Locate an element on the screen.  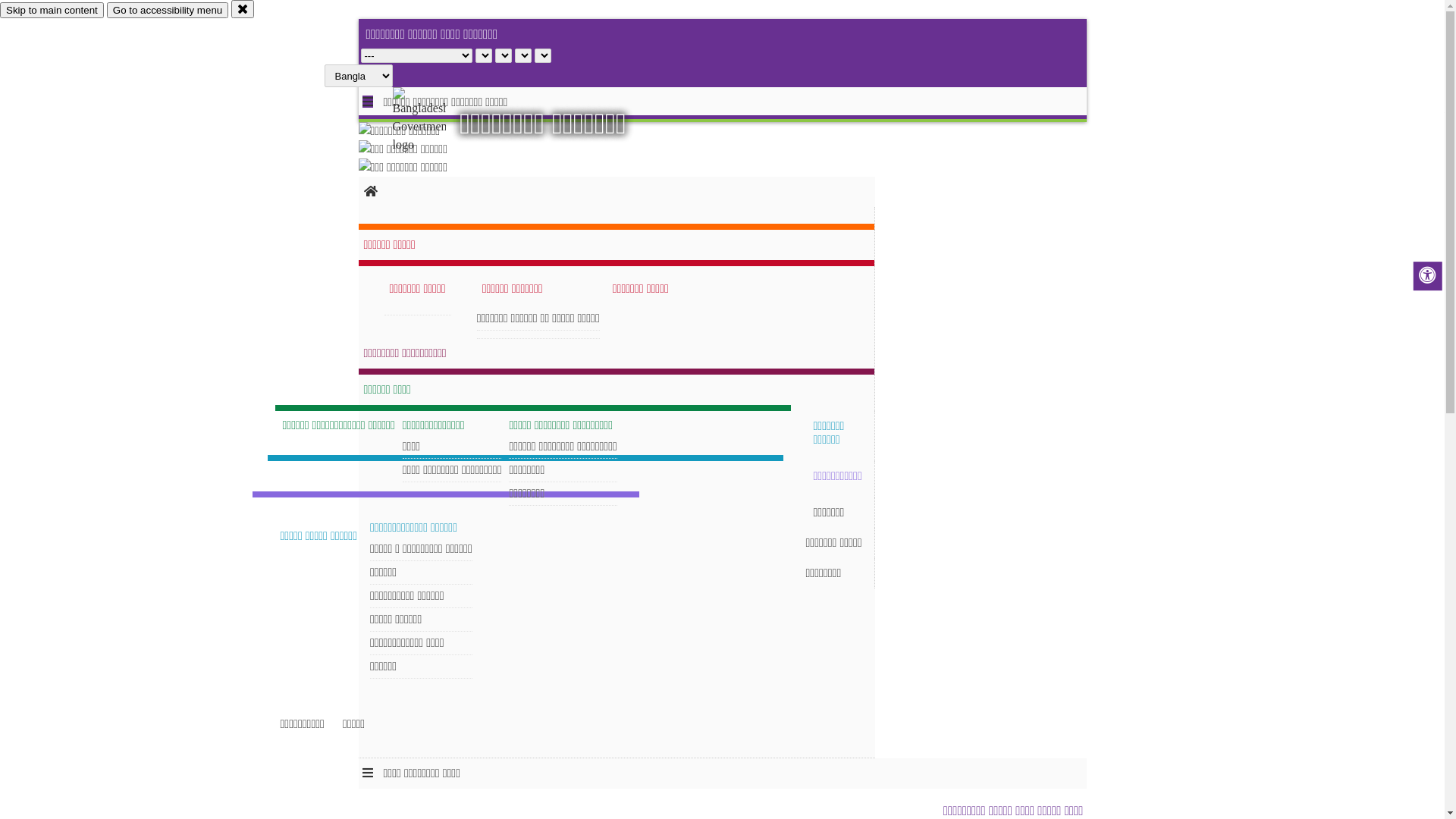
'Skip to main content' is located at coordinates (52, 10).